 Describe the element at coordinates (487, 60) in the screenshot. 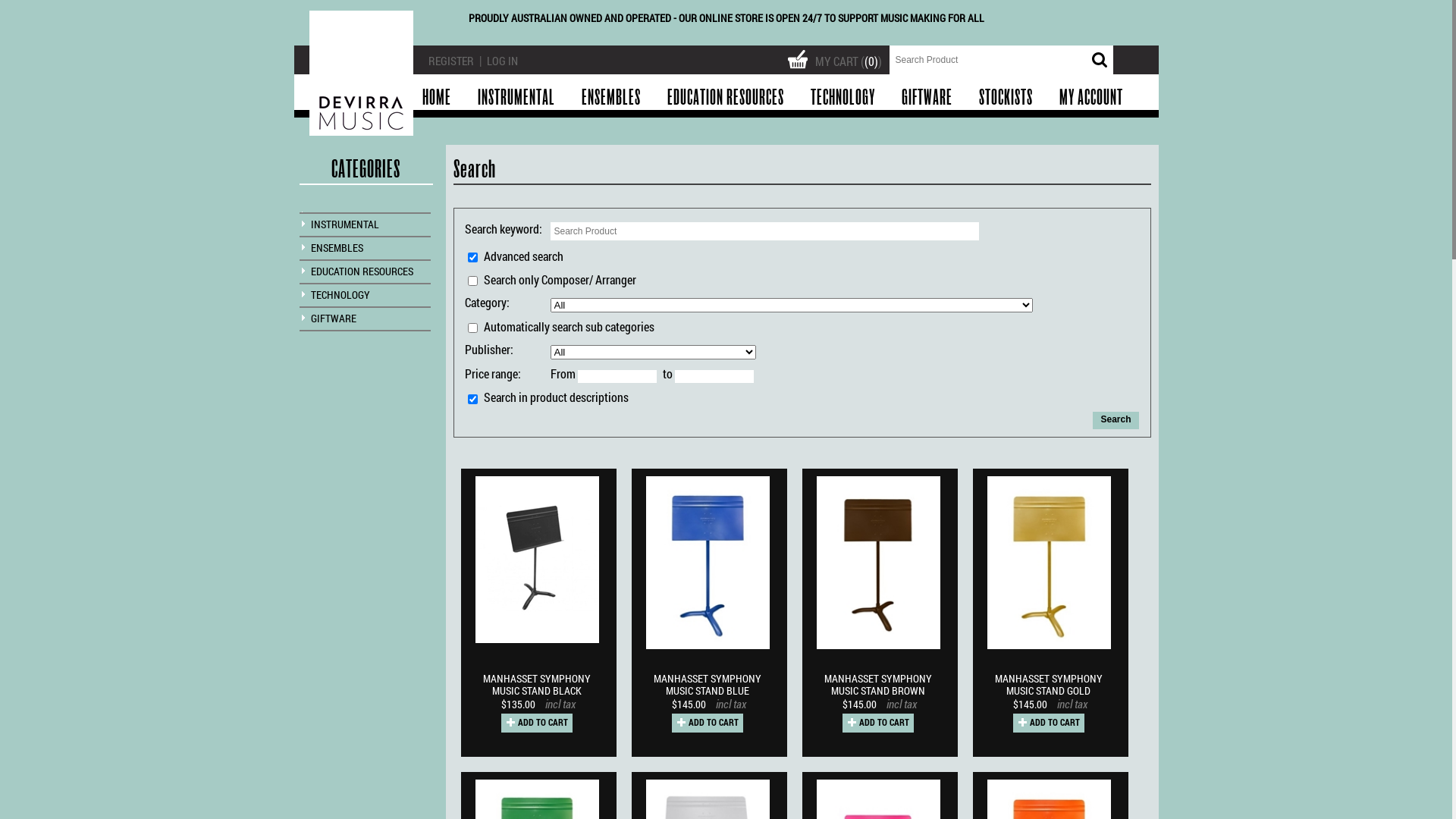

I see `'LOG IN'` at that location.